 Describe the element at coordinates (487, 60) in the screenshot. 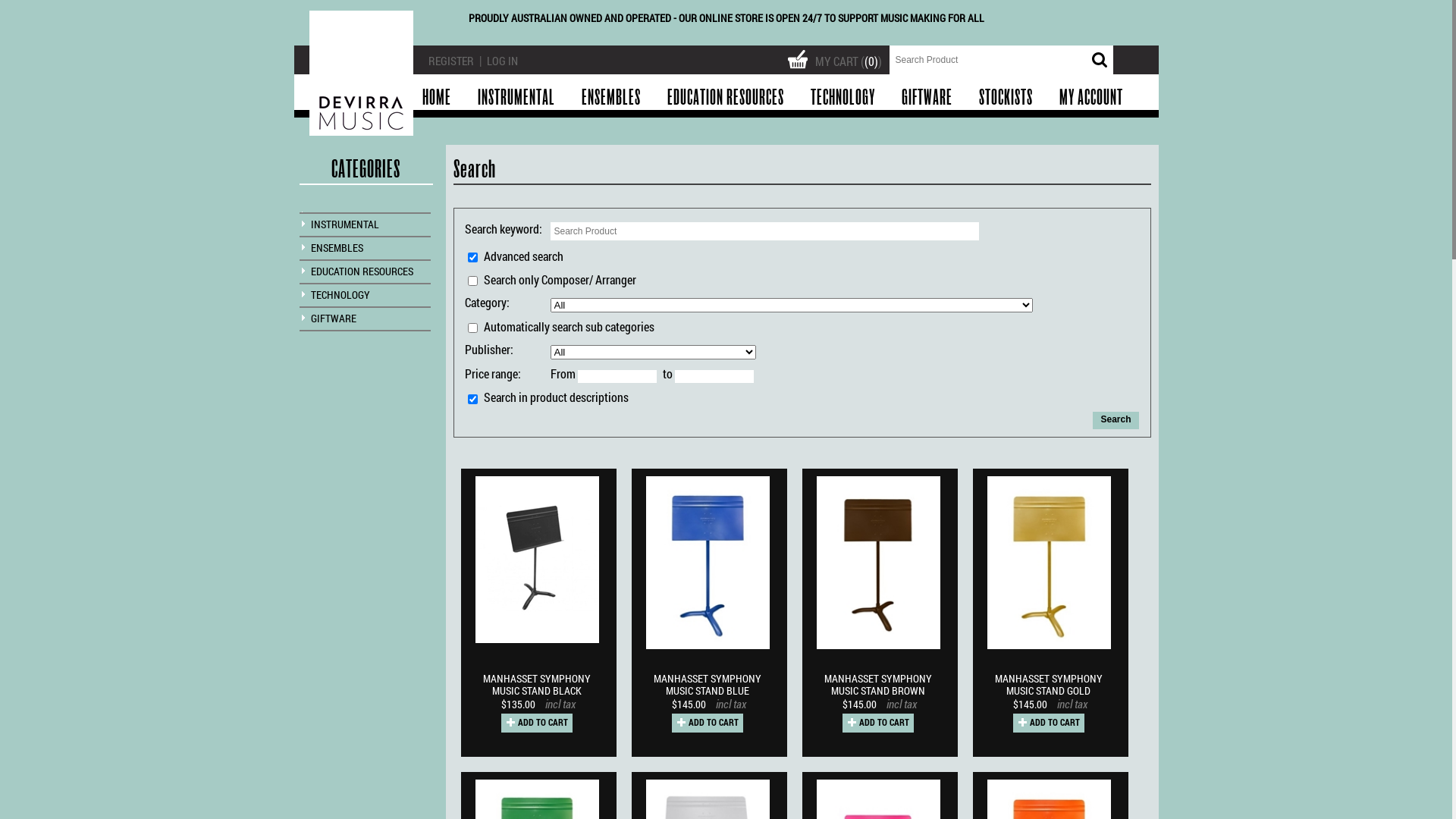

I see `'LOG IN'` at that location.